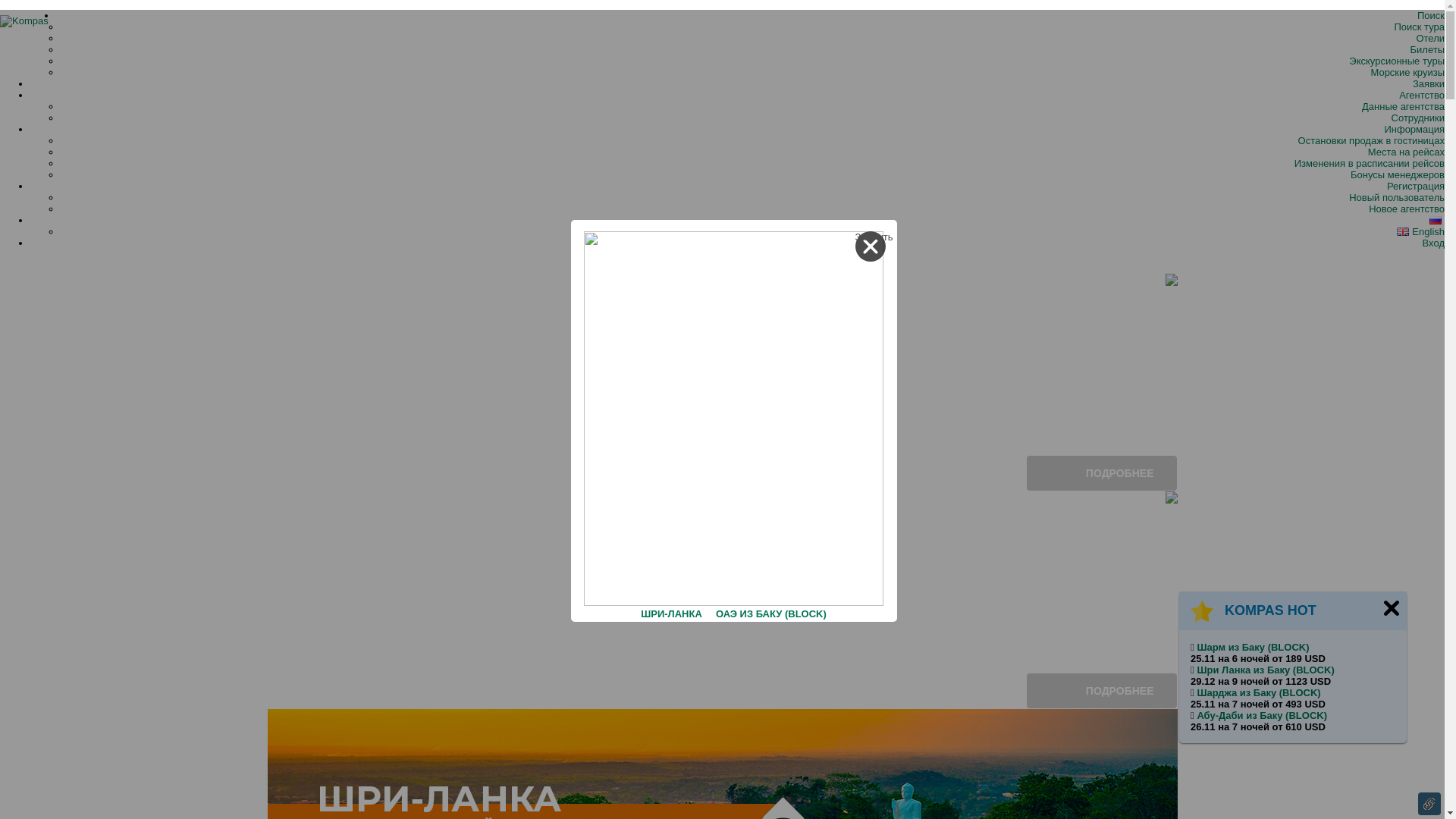  What do you see at coordinates (1420, 231) in the screenshot?
I see `'English'` at bounding box center [1420, 231].